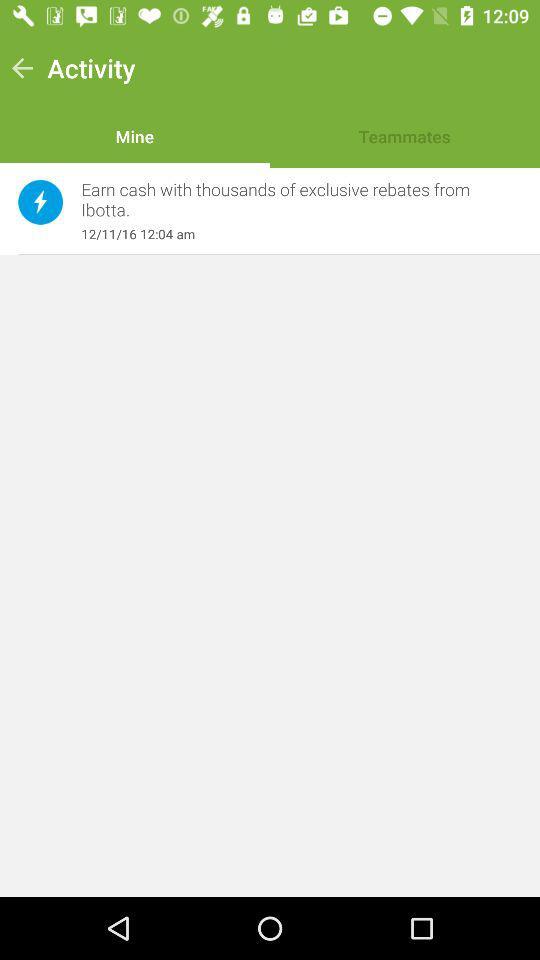 This screenshot has width=540, height=960. What do you see at coordinates (290, 234) in the screenshot?
I see `the 12 11 16` at bounding box center [290, 234].